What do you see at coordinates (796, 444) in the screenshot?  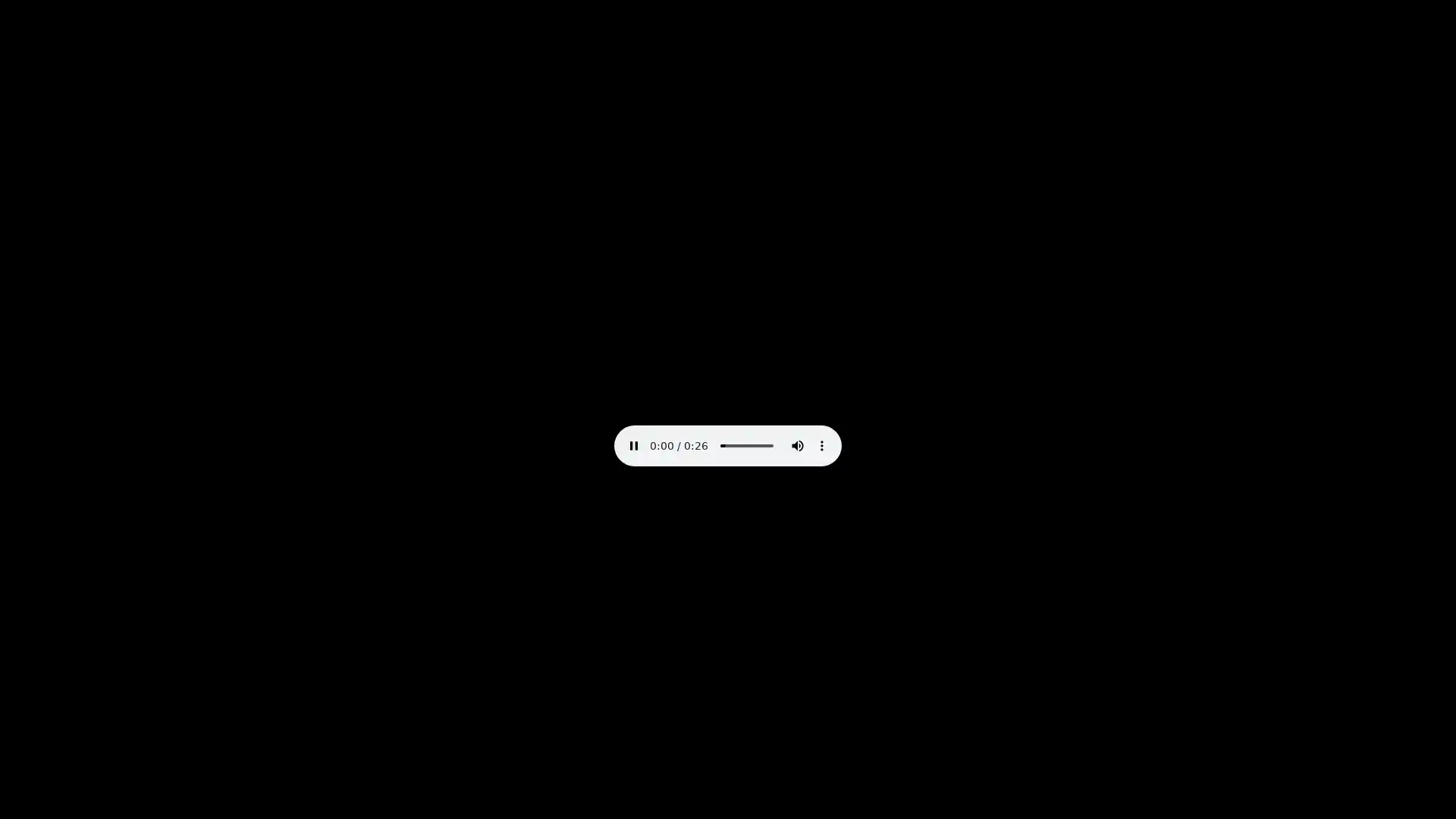 I see `mute` at bounding box center [796, 444].